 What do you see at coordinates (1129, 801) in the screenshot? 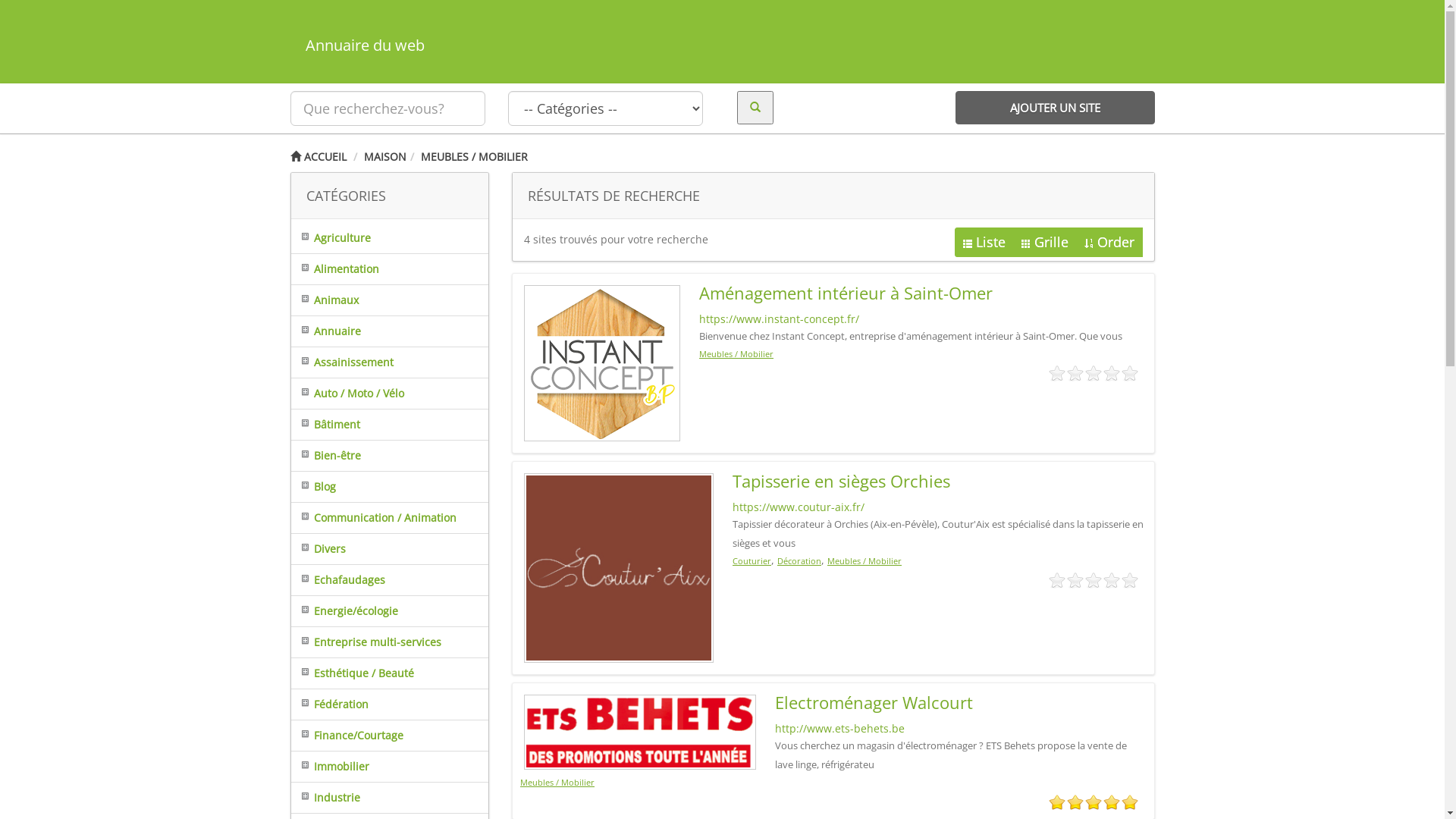
I see `'gorgeous'` at bounding box center [1129, 801].